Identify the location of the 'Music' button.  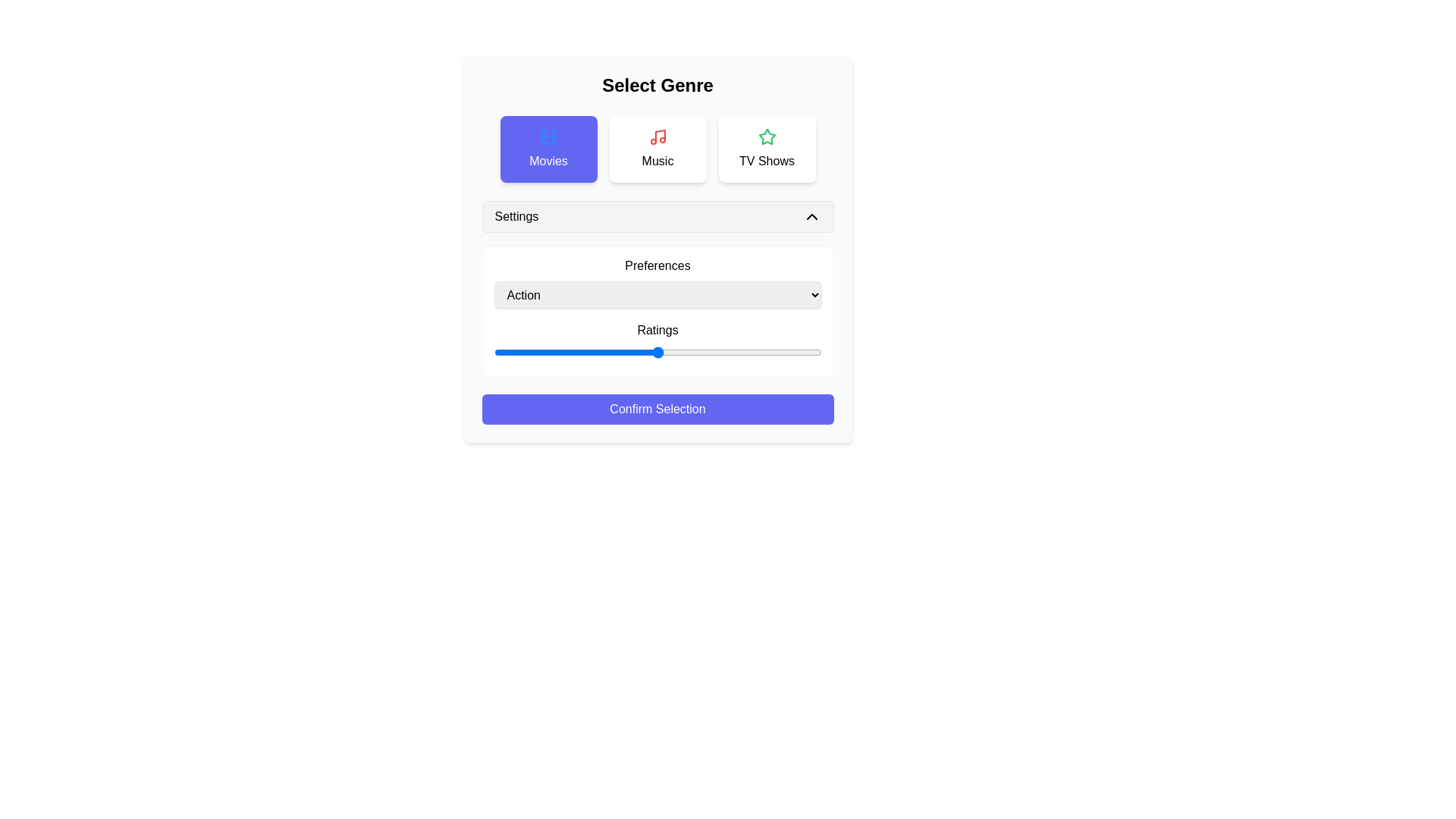
(657, 149).